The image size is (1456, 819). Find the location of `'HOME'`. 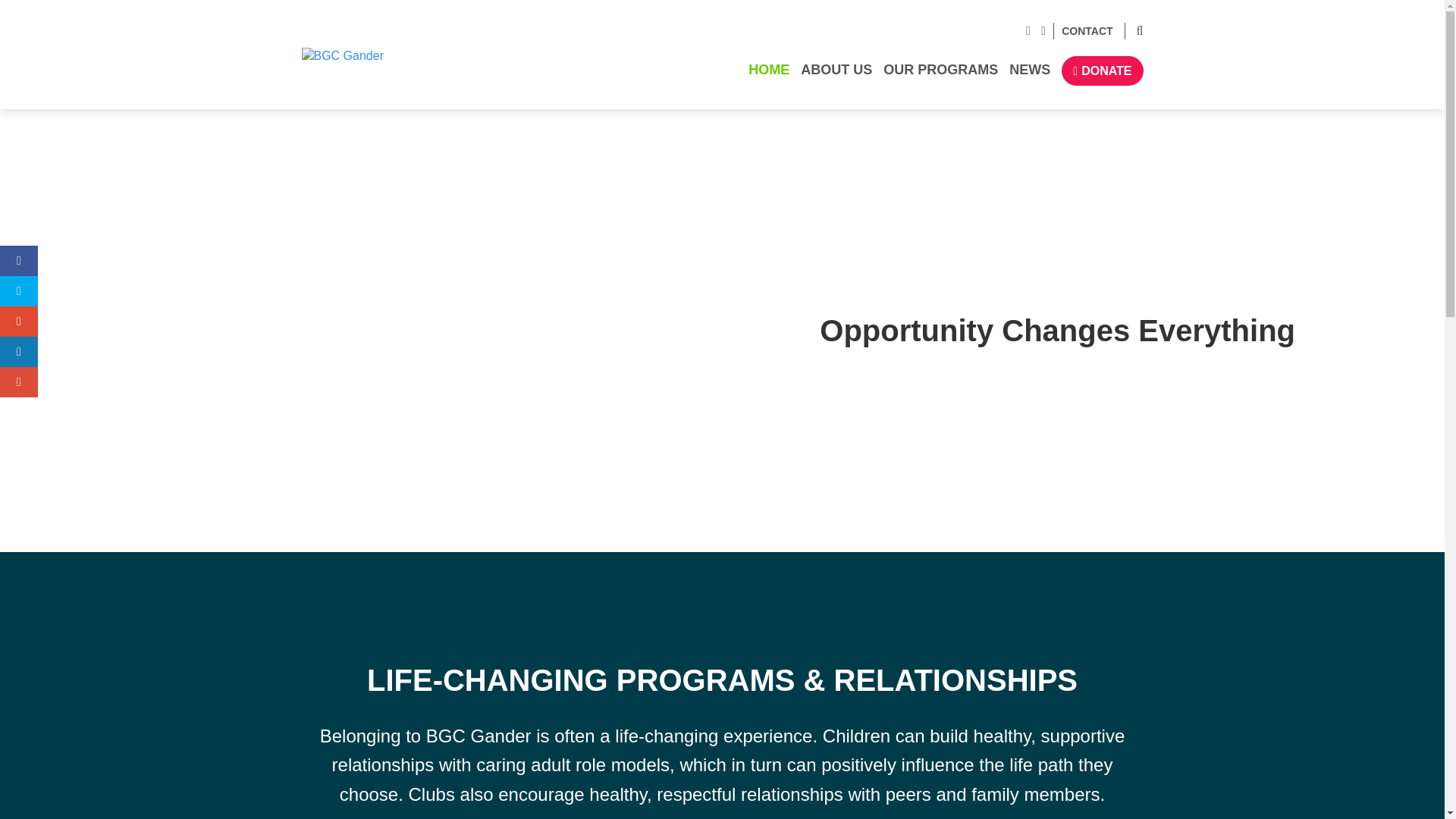

'HOME' is located at coordinates (769, 76).